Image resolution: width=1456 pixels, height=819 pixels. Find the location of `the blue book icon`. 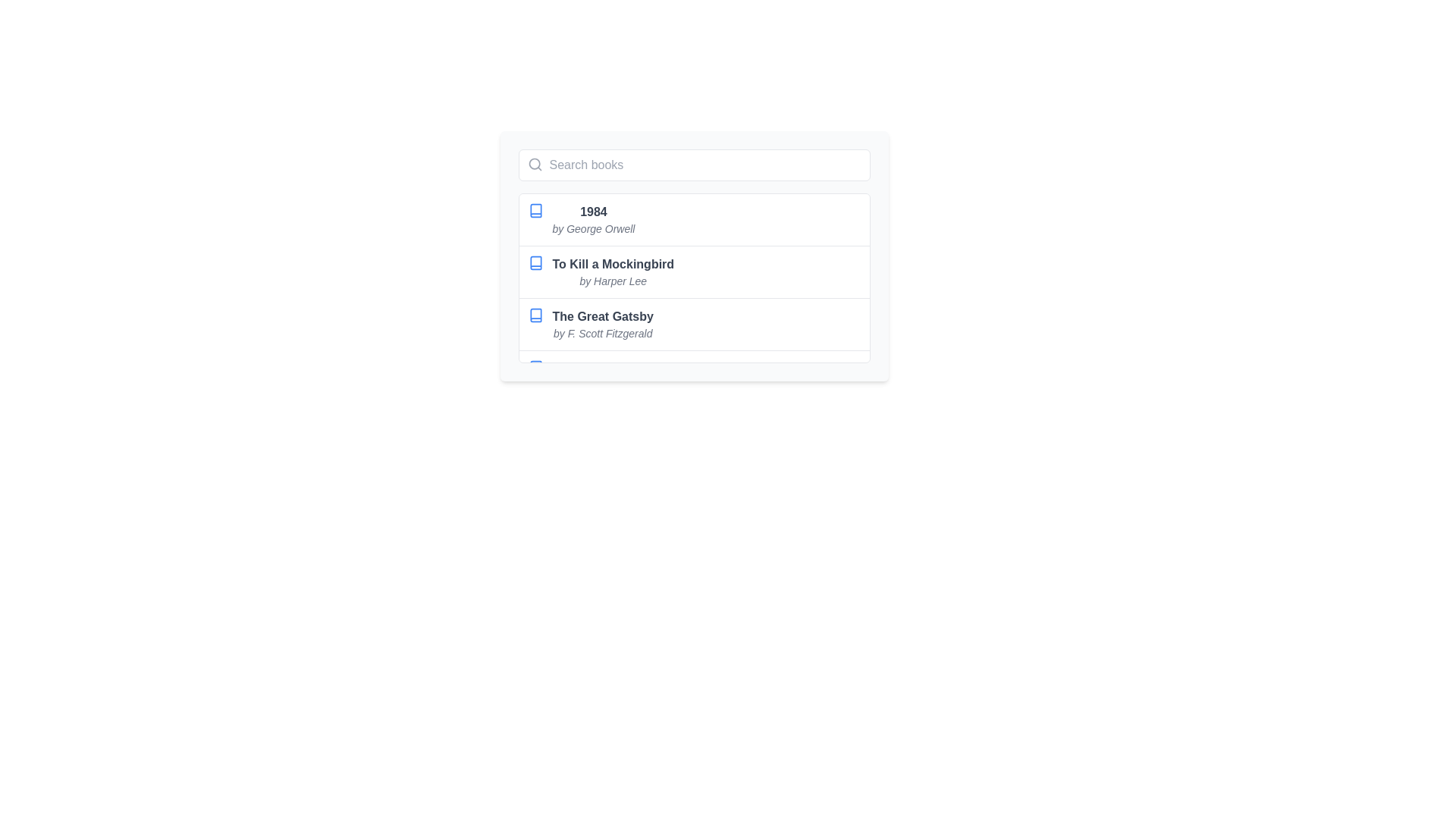

the blue book icon is located at coordinates (535, 315).